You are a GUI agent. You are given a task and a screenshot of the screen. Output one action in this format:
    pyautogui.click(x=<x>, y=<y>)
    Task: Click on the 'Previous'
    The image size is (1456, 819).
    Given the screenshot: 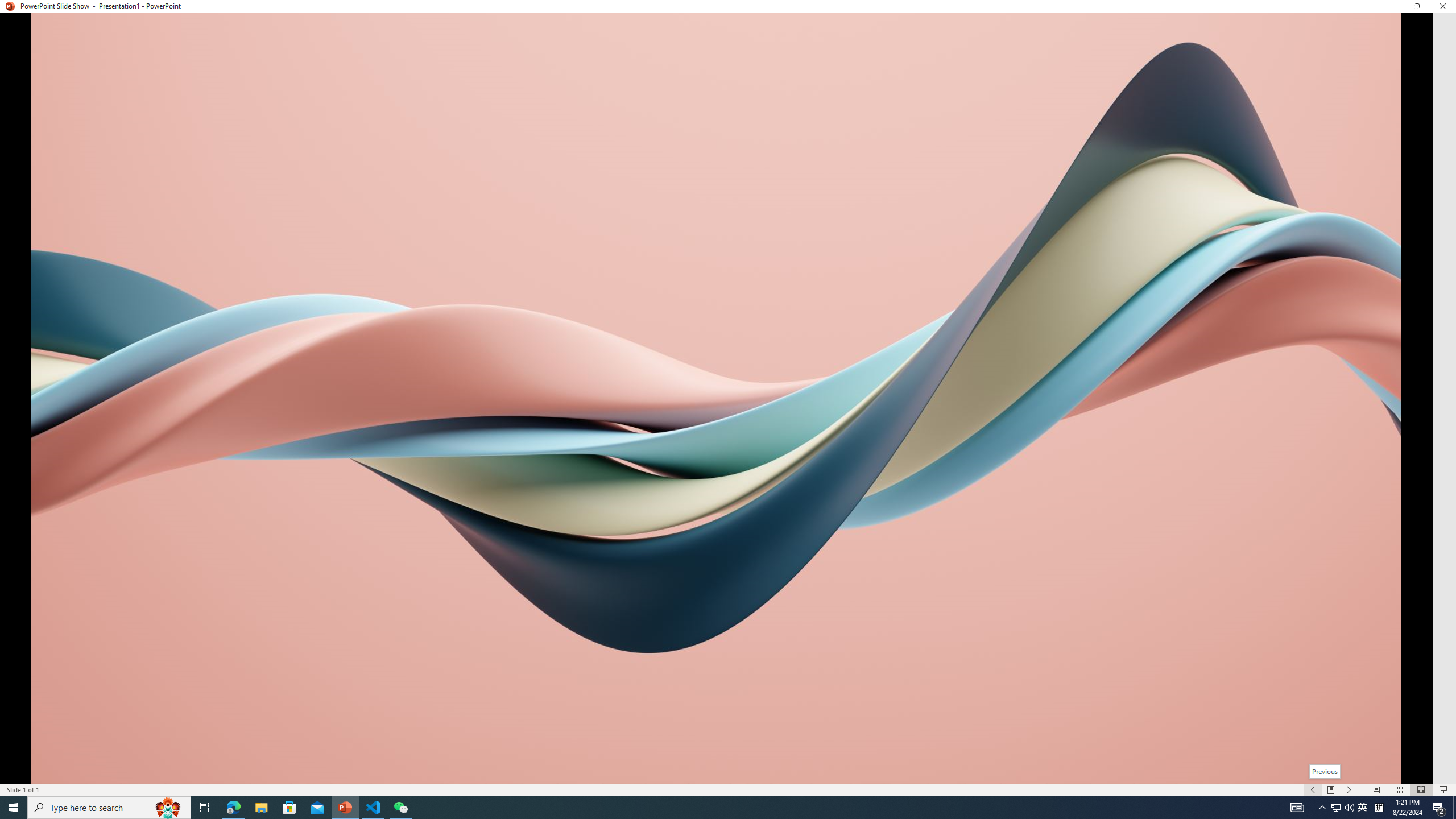 What is the action you would take?
    pyautogui.click(x=1324, y=771)
    